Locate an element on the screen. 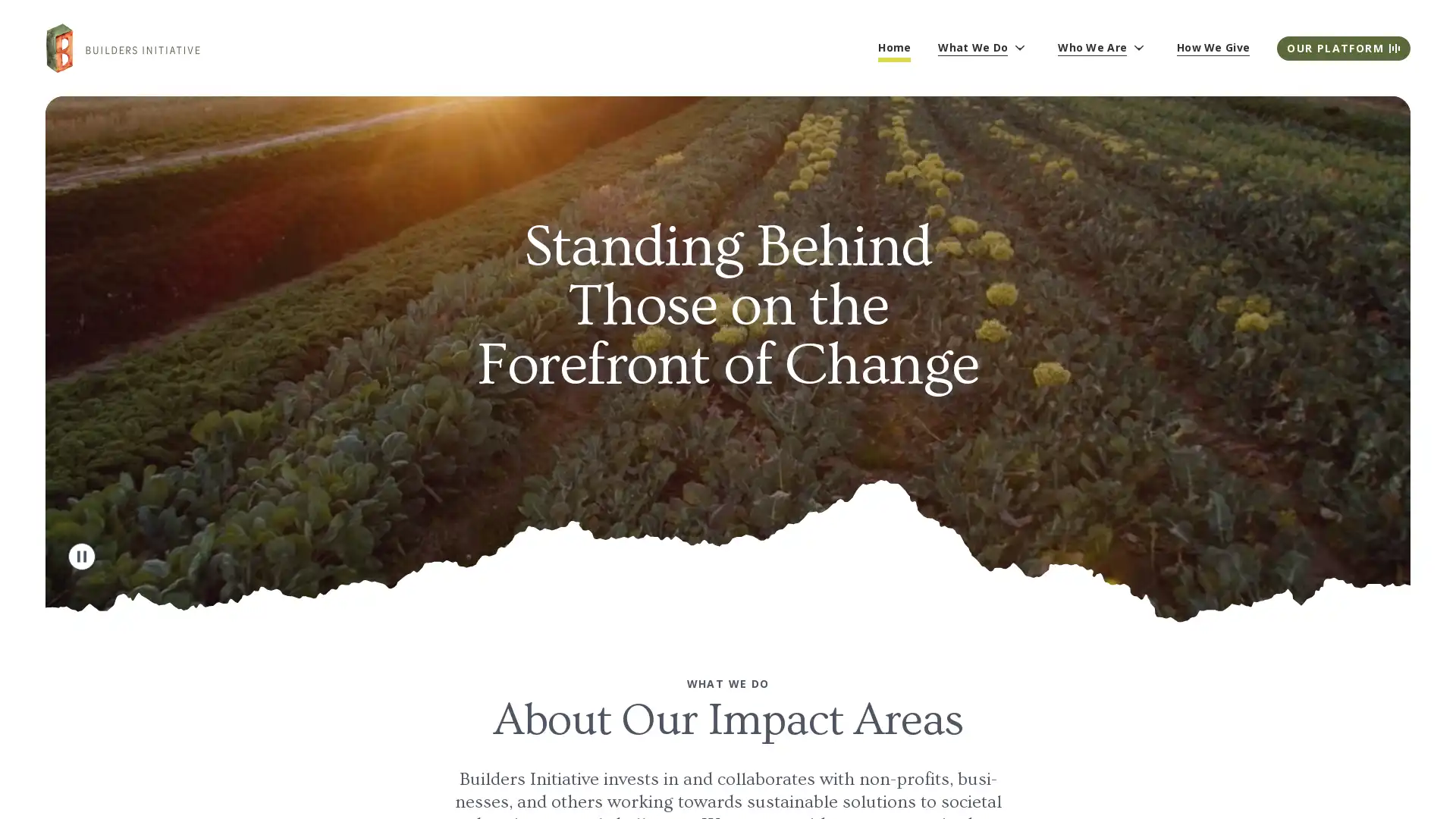  OUR PLATFORM is located at coordinates (1343, 46).